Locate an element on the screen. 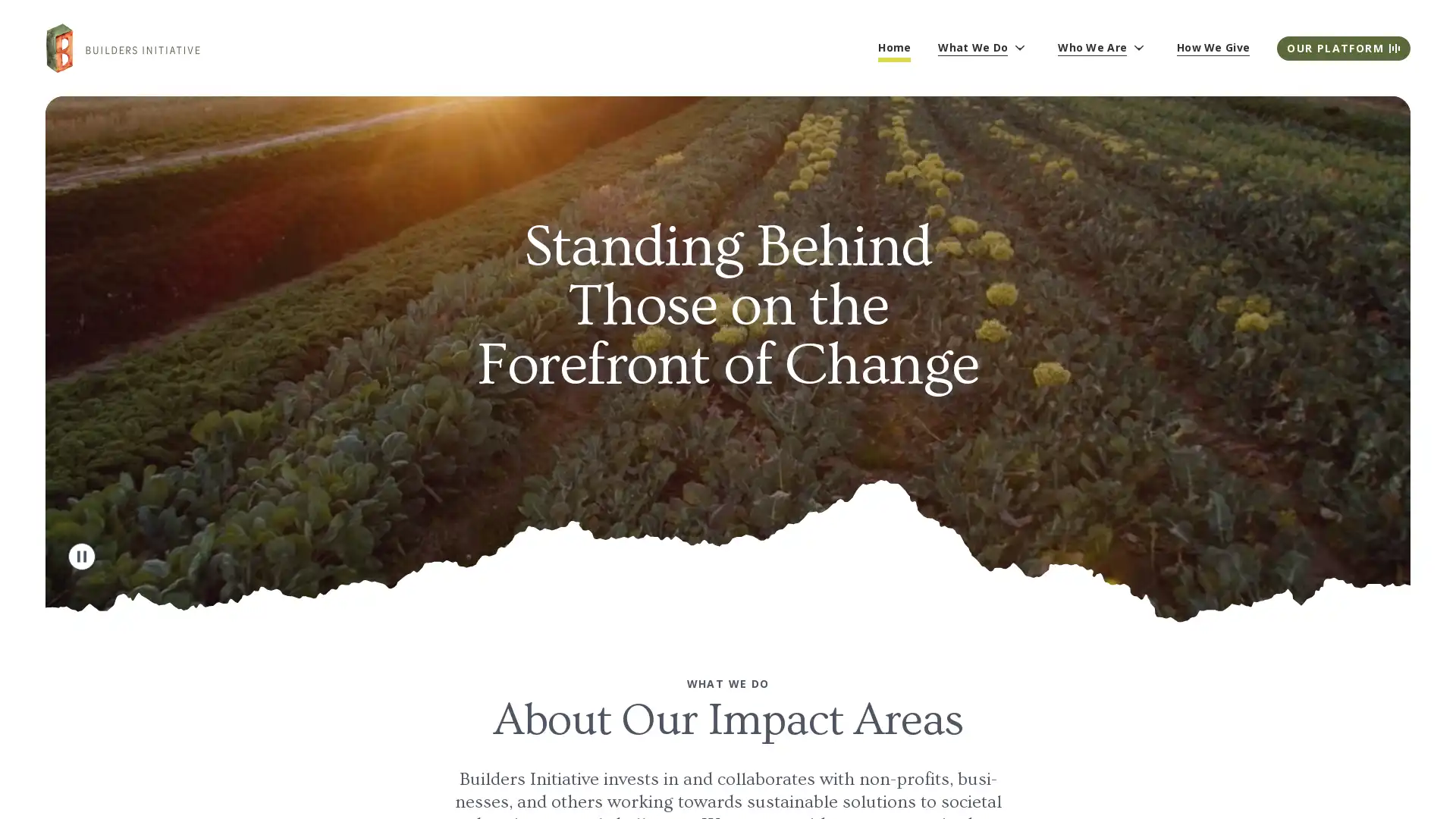  OUR PLATFORM is located at coordinates (1343, 46).